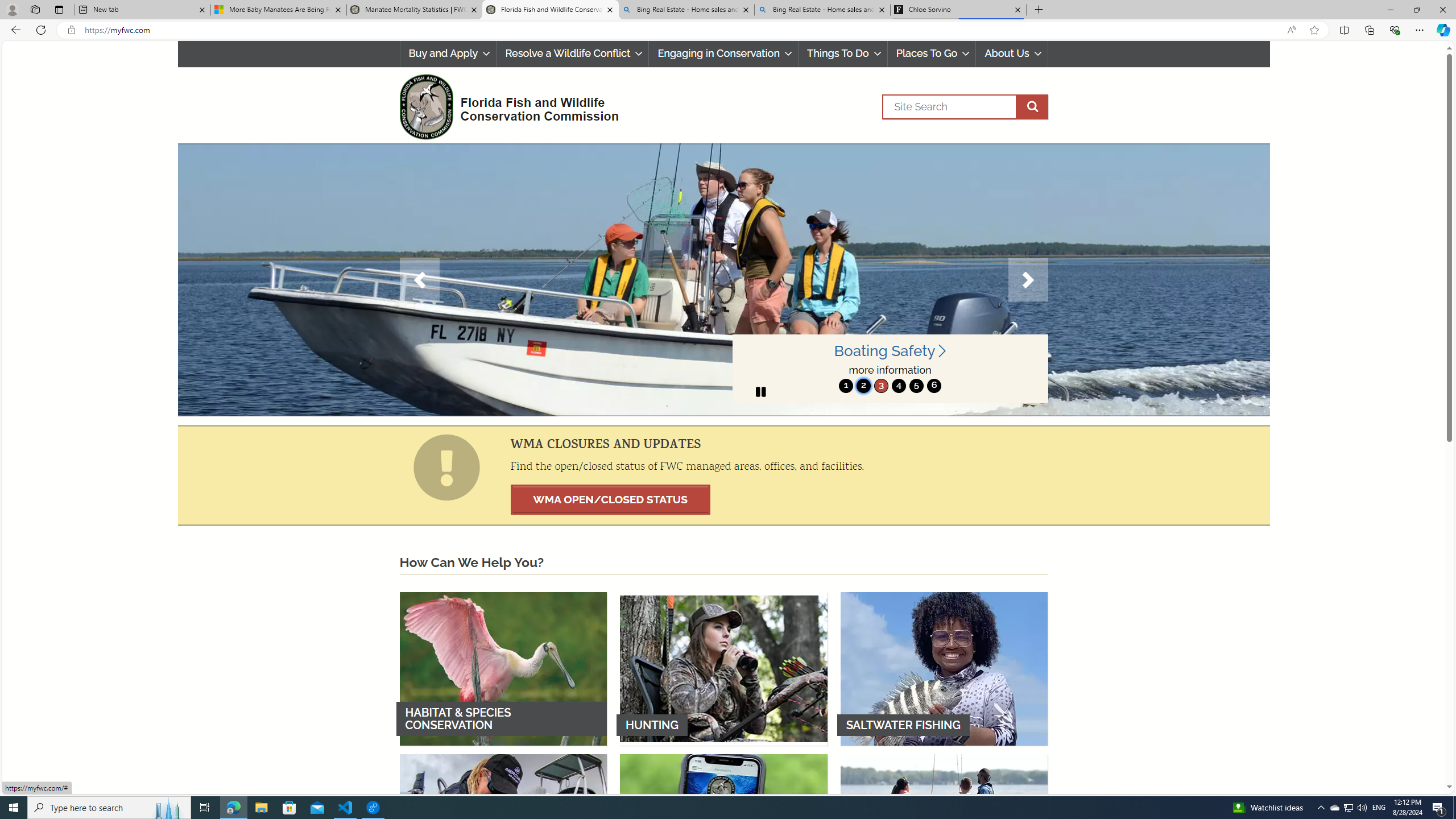 The width and height of the screenshot is (1456, 819). Describe the element at coordinates (822, 9) in the screenshot. I see `'Bing Real Estate - Home sales and rental listings'` at that location.